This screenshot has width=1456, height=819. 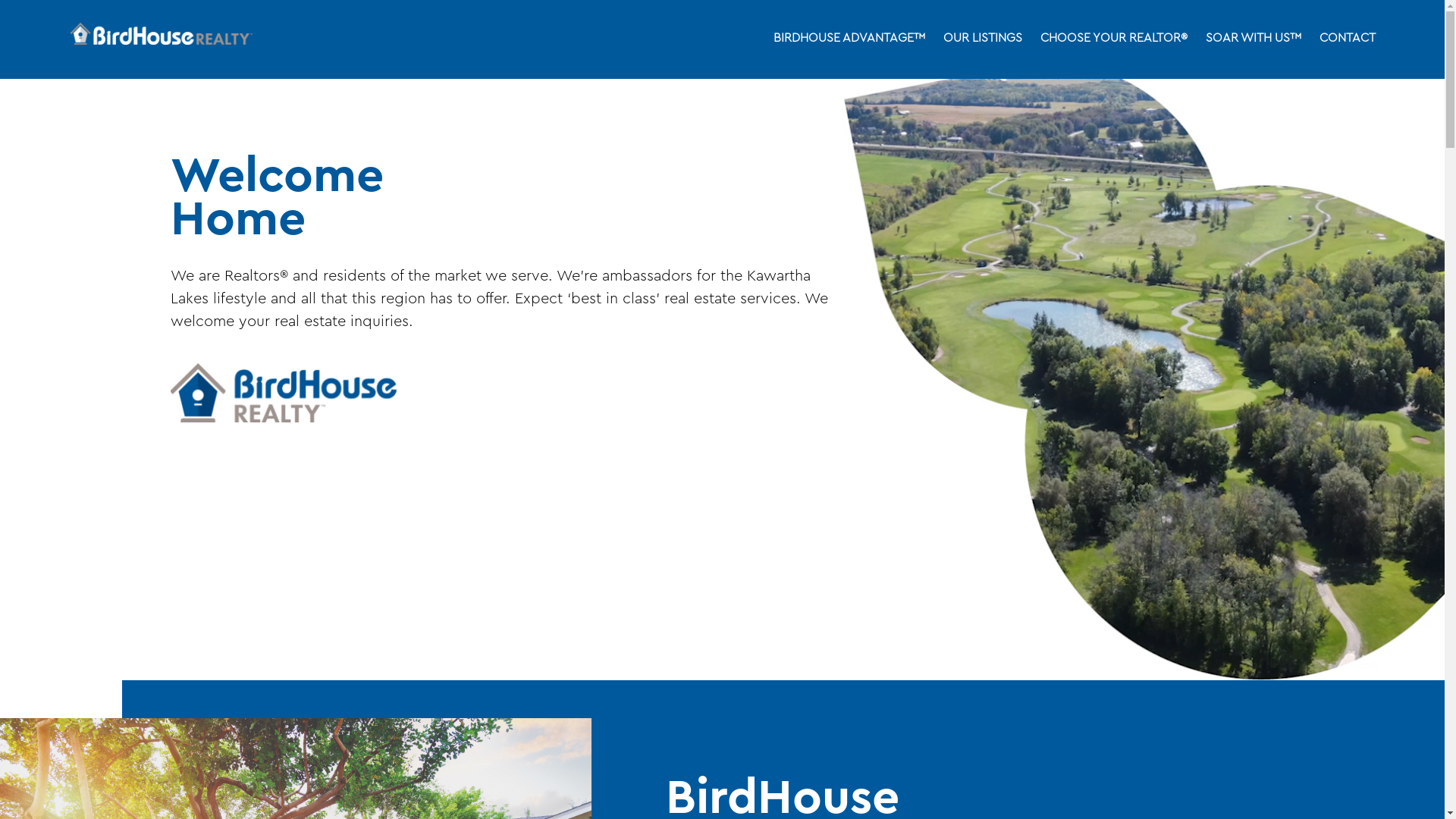 What do you see at coordinates (983, 38) in the screenshot?
I see `'OUR LISTINGS'` at bounding box center [983, 38].